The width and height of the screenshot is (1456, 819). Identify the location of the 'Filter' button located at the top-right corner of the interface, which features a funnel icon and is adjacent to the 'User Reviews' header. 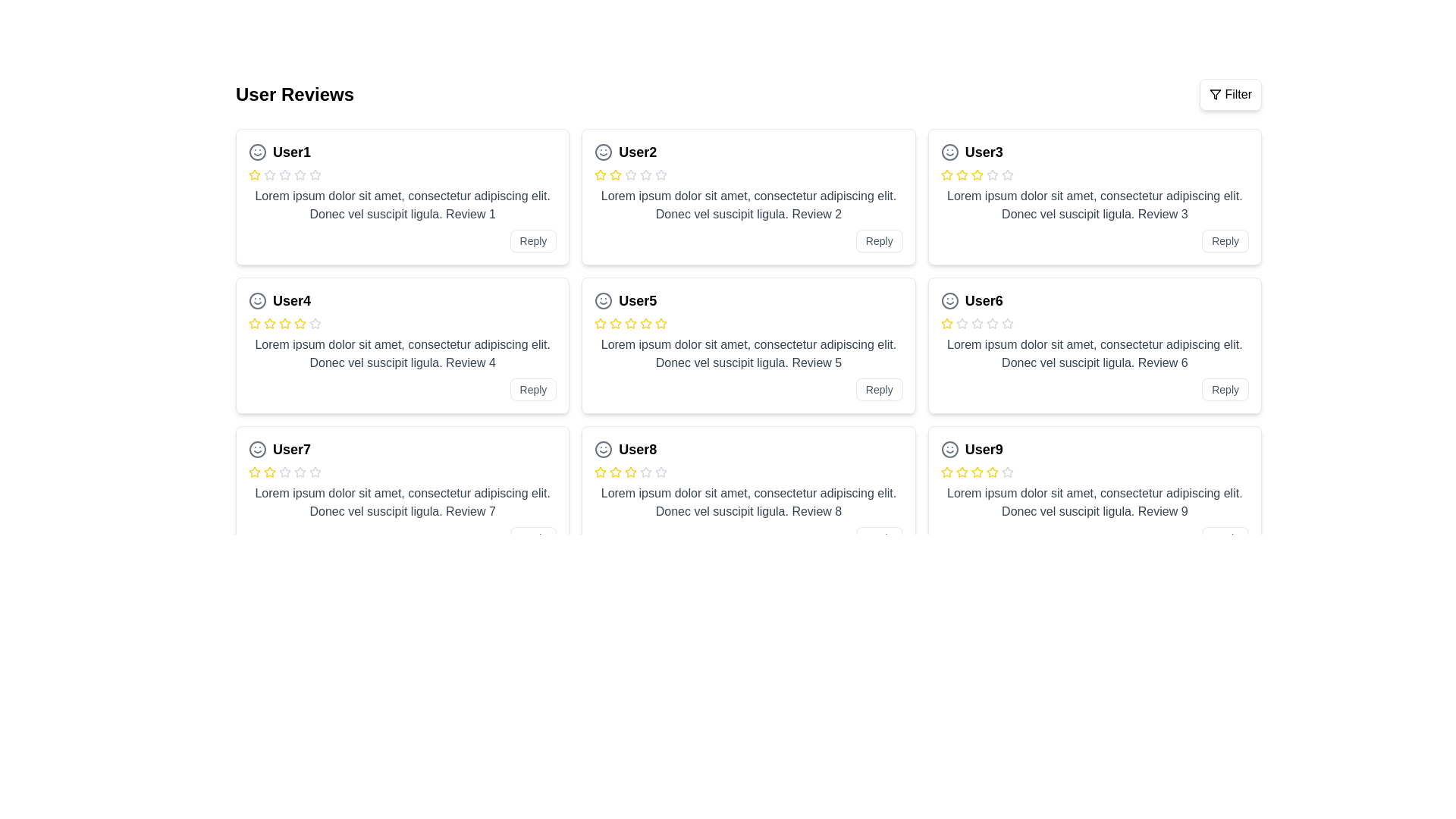
(1231, 94).